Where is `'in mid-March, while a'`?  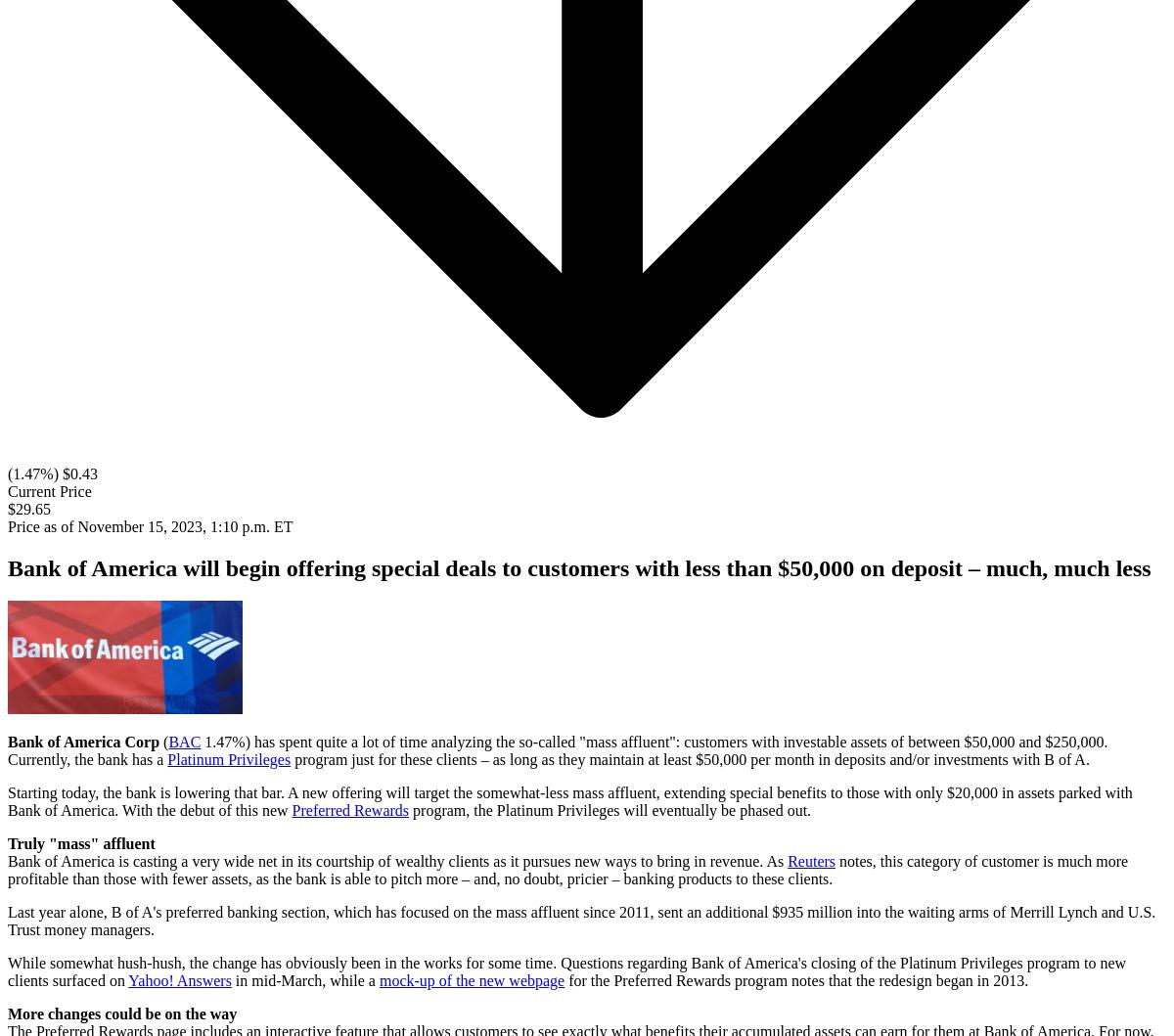 'in mid-March, while a' is located at coordinates (304, 979).